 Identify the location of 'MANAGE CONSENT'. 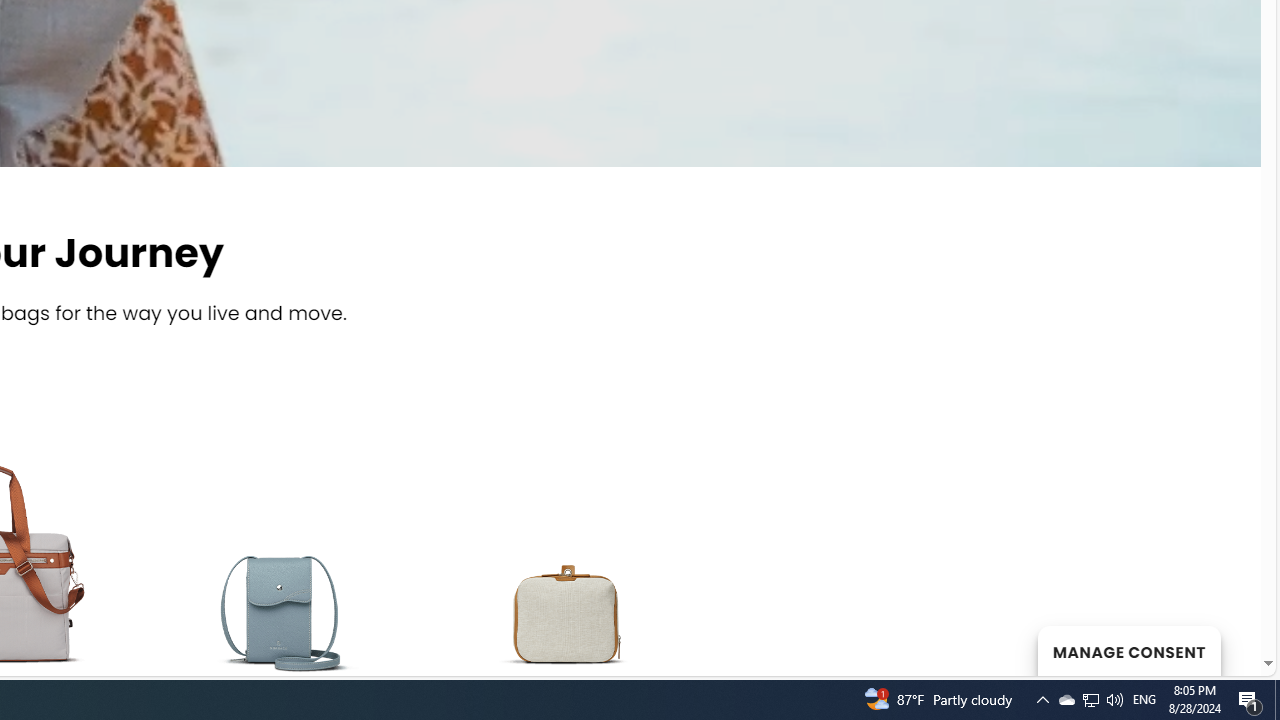
(1128, 650).